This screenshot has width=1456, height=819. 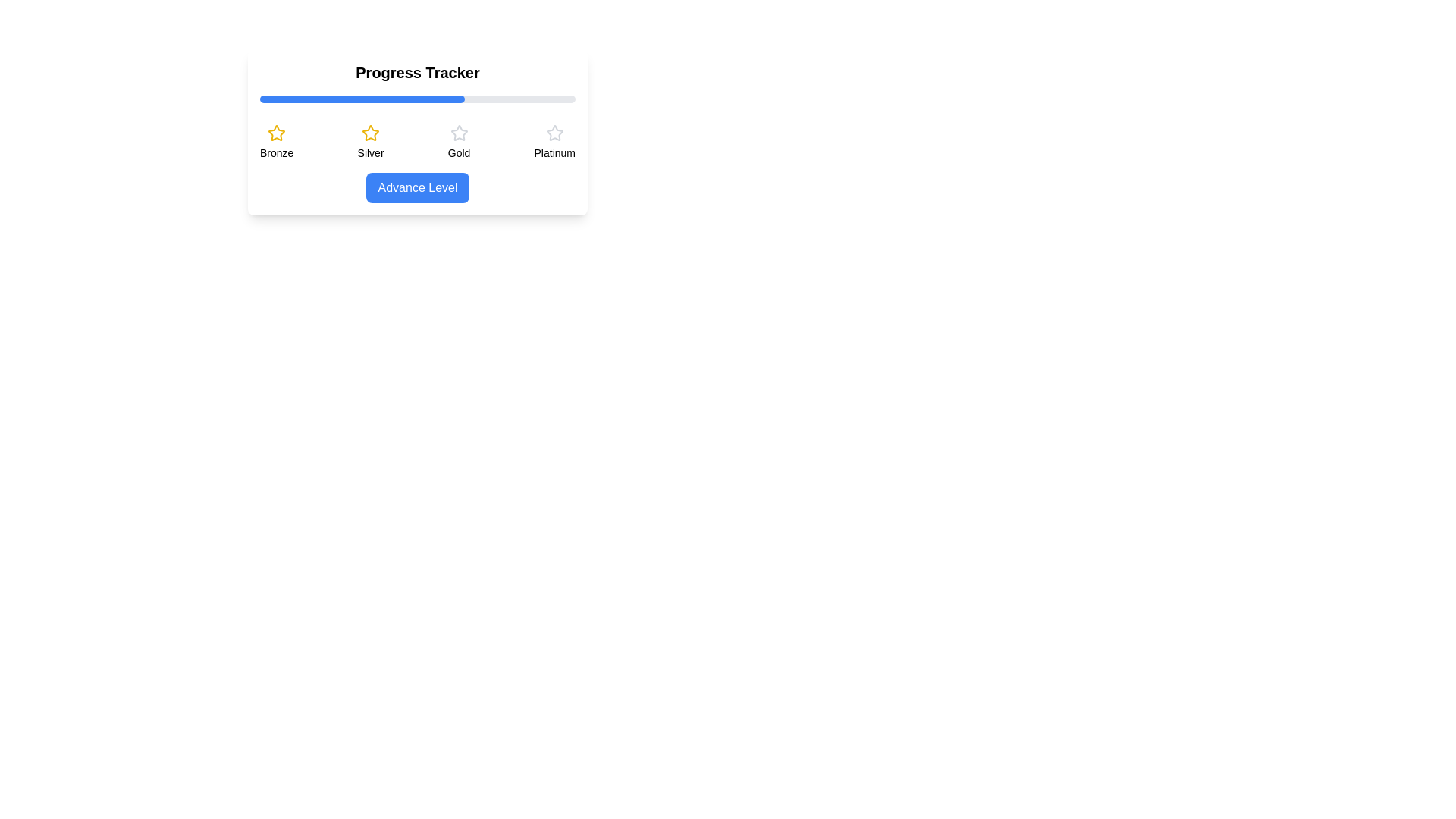 I want to click on text label that displays 'Silver,' which is positioned below a yellow star icon in the ranking area, so click(x=371, y=152).